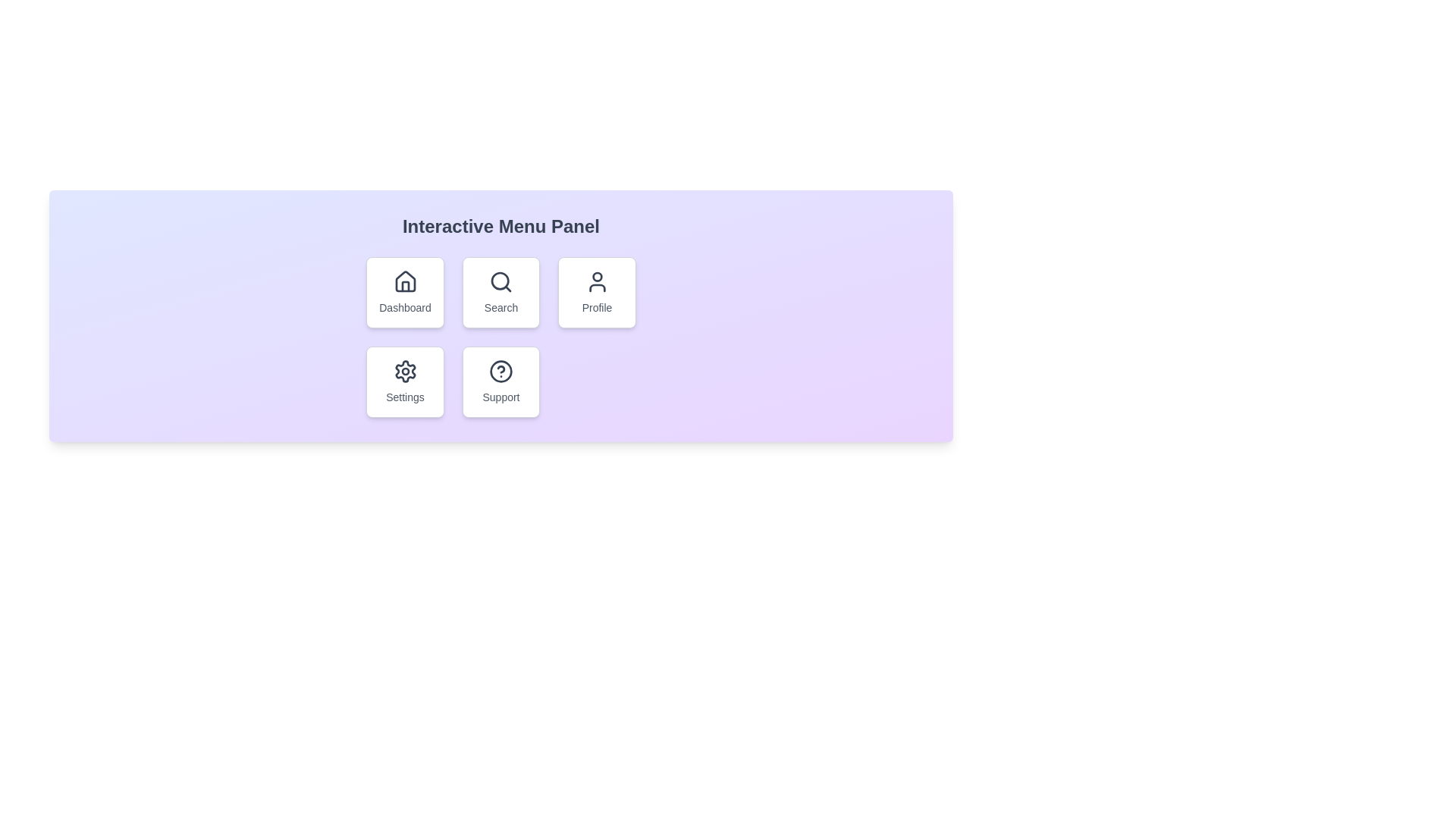 The width and height of the screenshot is (1456, 819). What do you see at coordinates (596, 281) in the screenshot?
I see `the user profile icon, which is a minimalistic gray circular head atop a semicircular chest shape, located in the top-right position of the card labeled 'Profile'` at bounding box center [596, 281].